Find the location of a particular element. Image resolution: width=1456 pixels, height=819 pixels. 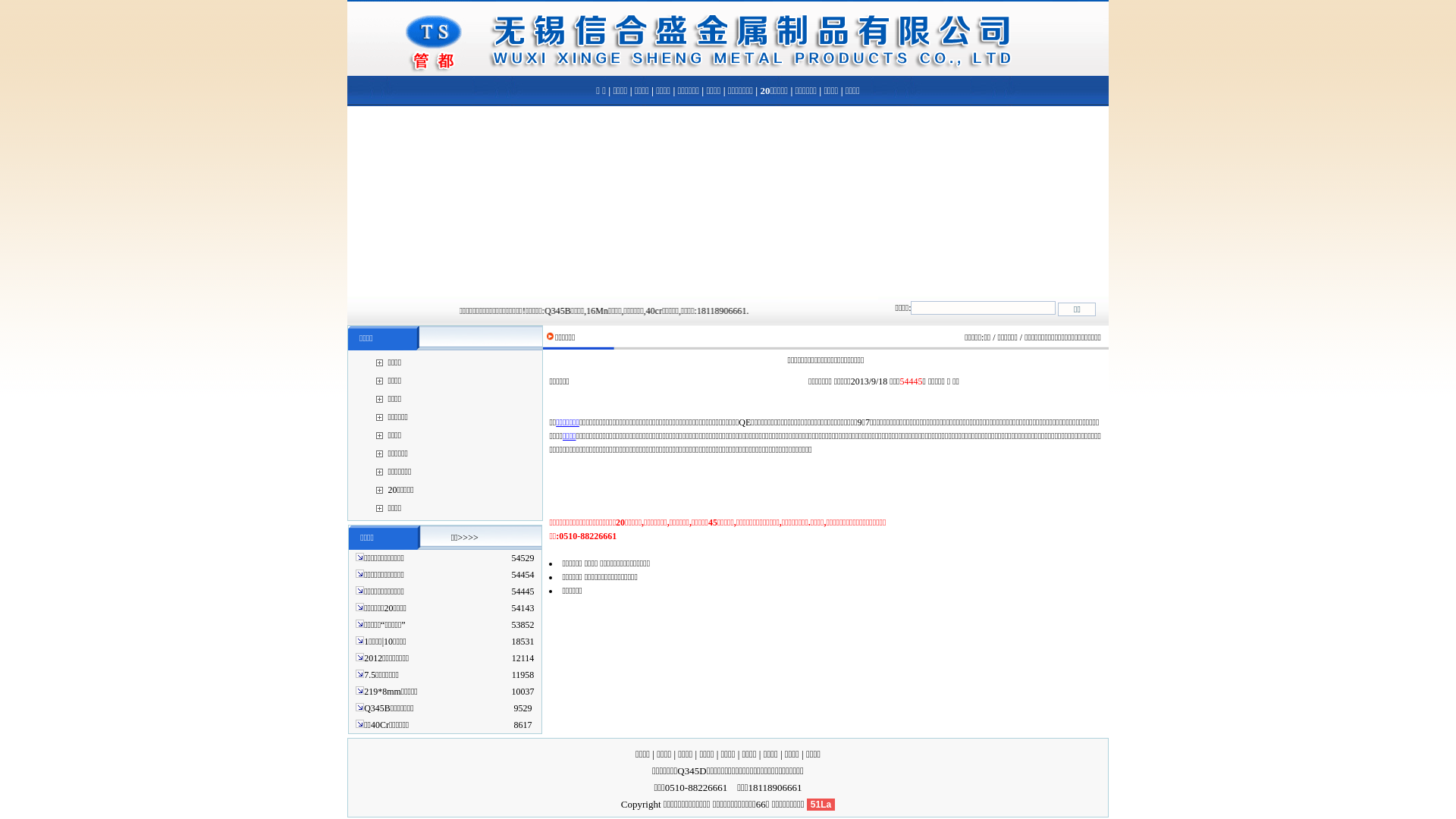

'51La' is located at coordinates (820, 803).